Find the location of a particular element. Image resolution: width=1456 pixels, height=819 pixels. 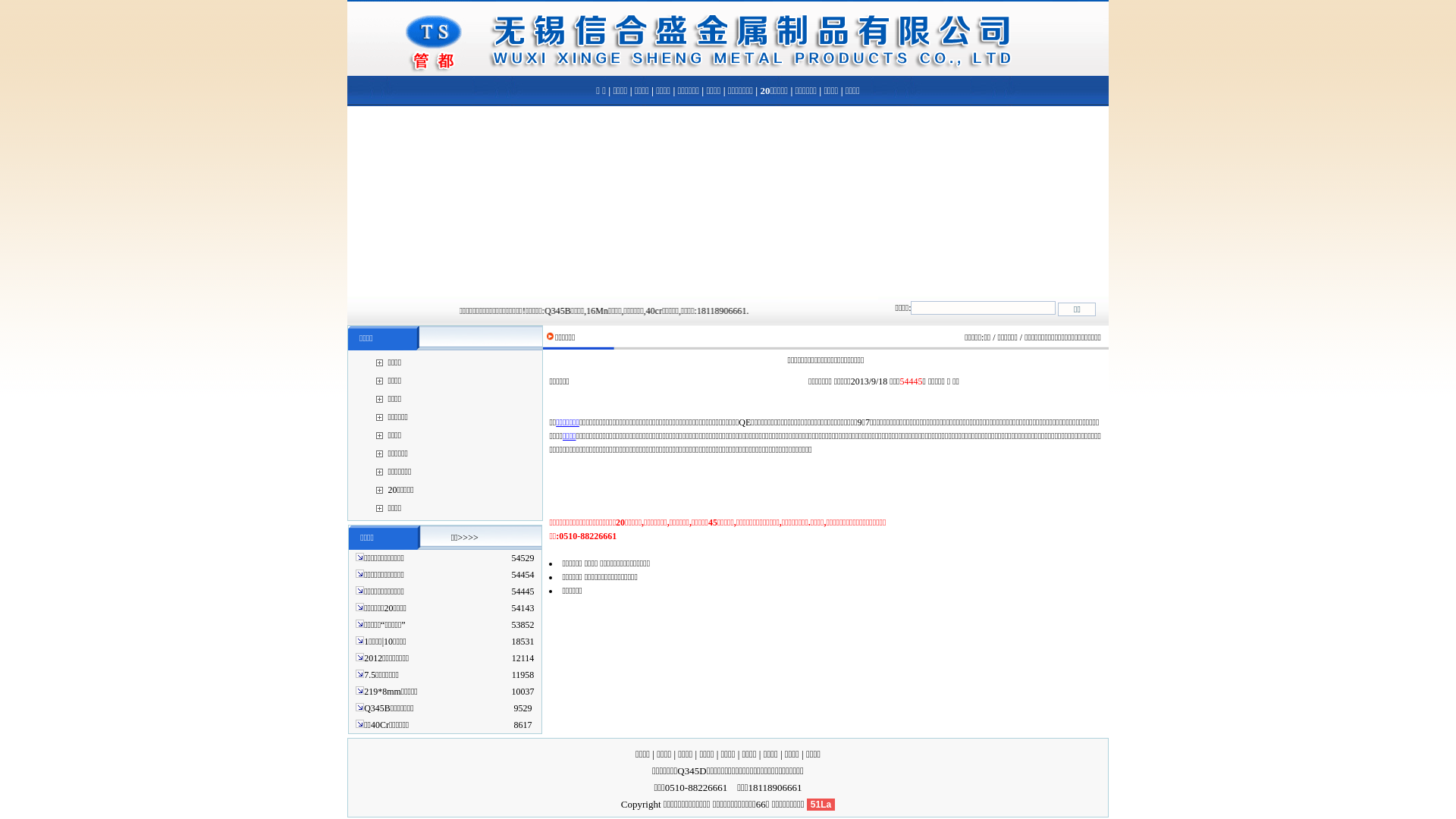

'51La' is located at coordinates (820, 803).